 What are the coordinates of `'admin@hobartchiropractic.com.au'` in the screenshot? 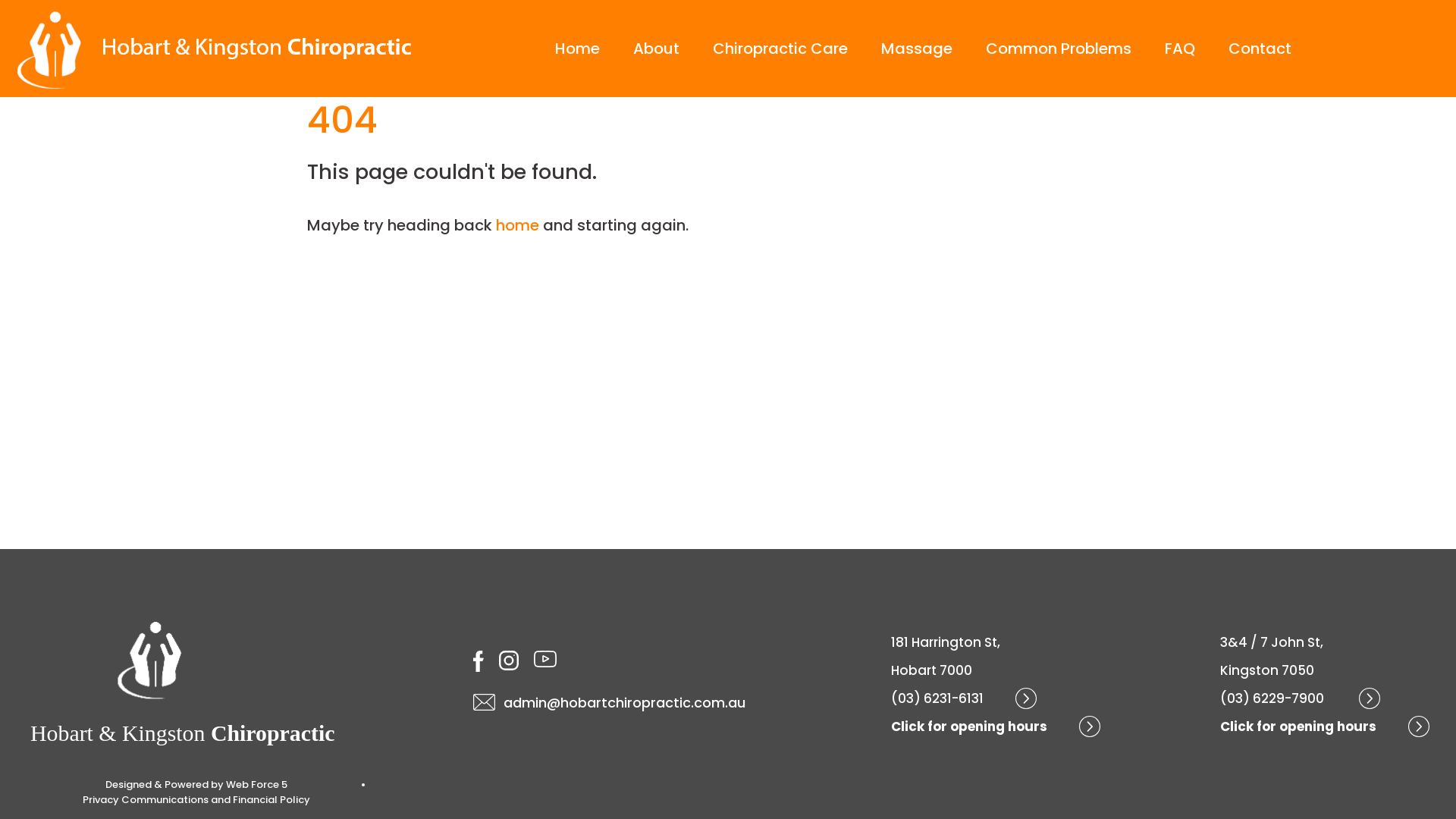 It's located at (609, 702).